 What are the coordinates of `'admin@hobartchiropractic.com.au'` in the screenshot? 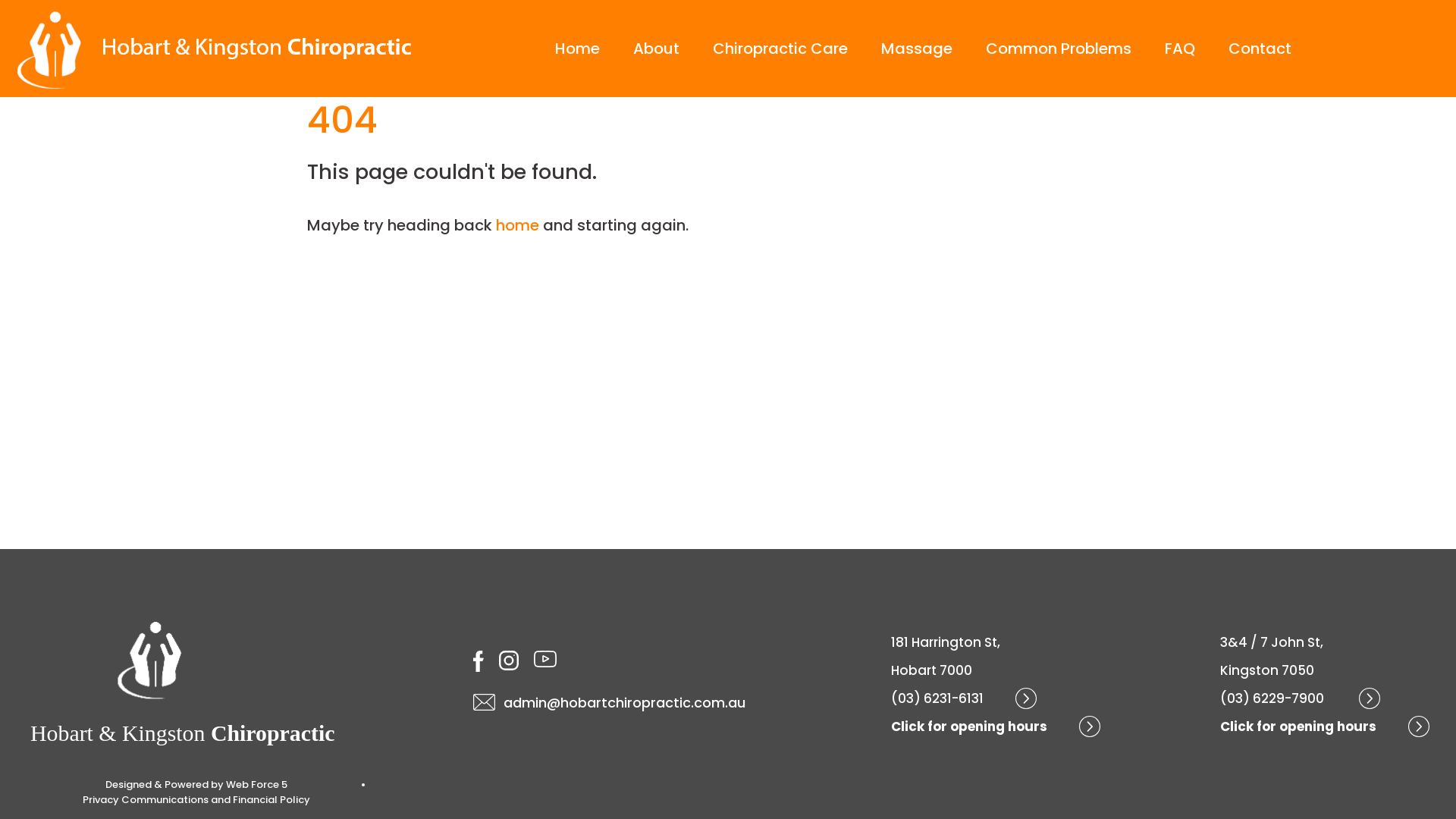 It's located at (609, 702).